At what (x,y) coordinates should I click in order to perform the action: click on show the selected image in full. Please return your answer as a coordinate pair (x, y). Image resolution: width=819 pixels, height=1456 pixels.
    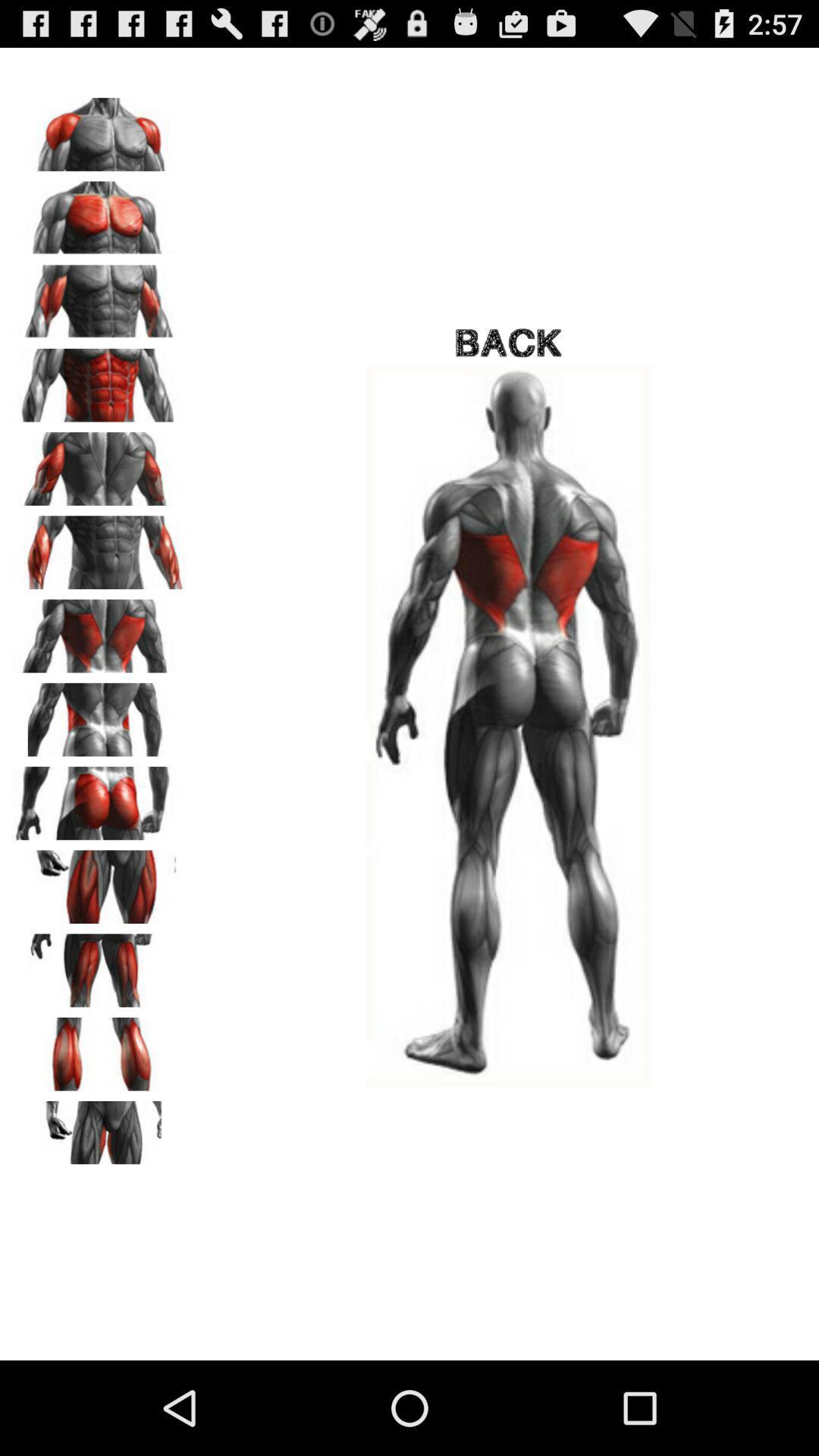
    Looking at the image, I should click on (99, 546).